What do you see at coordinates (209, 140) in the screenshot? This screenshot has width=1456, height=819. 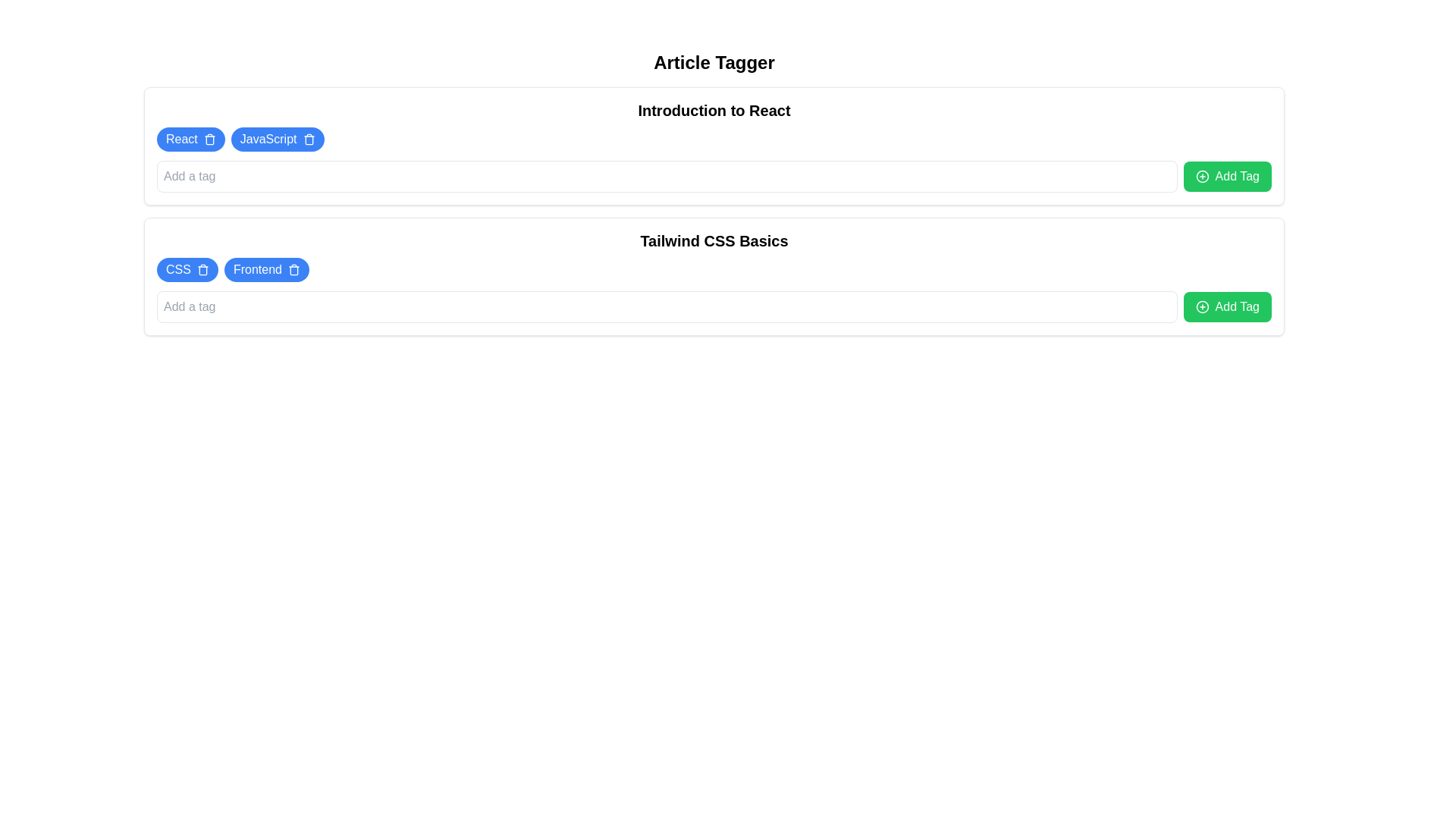 I see `the Trash Icon button located to the right of the 'React' text within a blue, rounded button` at bounding box center [209, 140].